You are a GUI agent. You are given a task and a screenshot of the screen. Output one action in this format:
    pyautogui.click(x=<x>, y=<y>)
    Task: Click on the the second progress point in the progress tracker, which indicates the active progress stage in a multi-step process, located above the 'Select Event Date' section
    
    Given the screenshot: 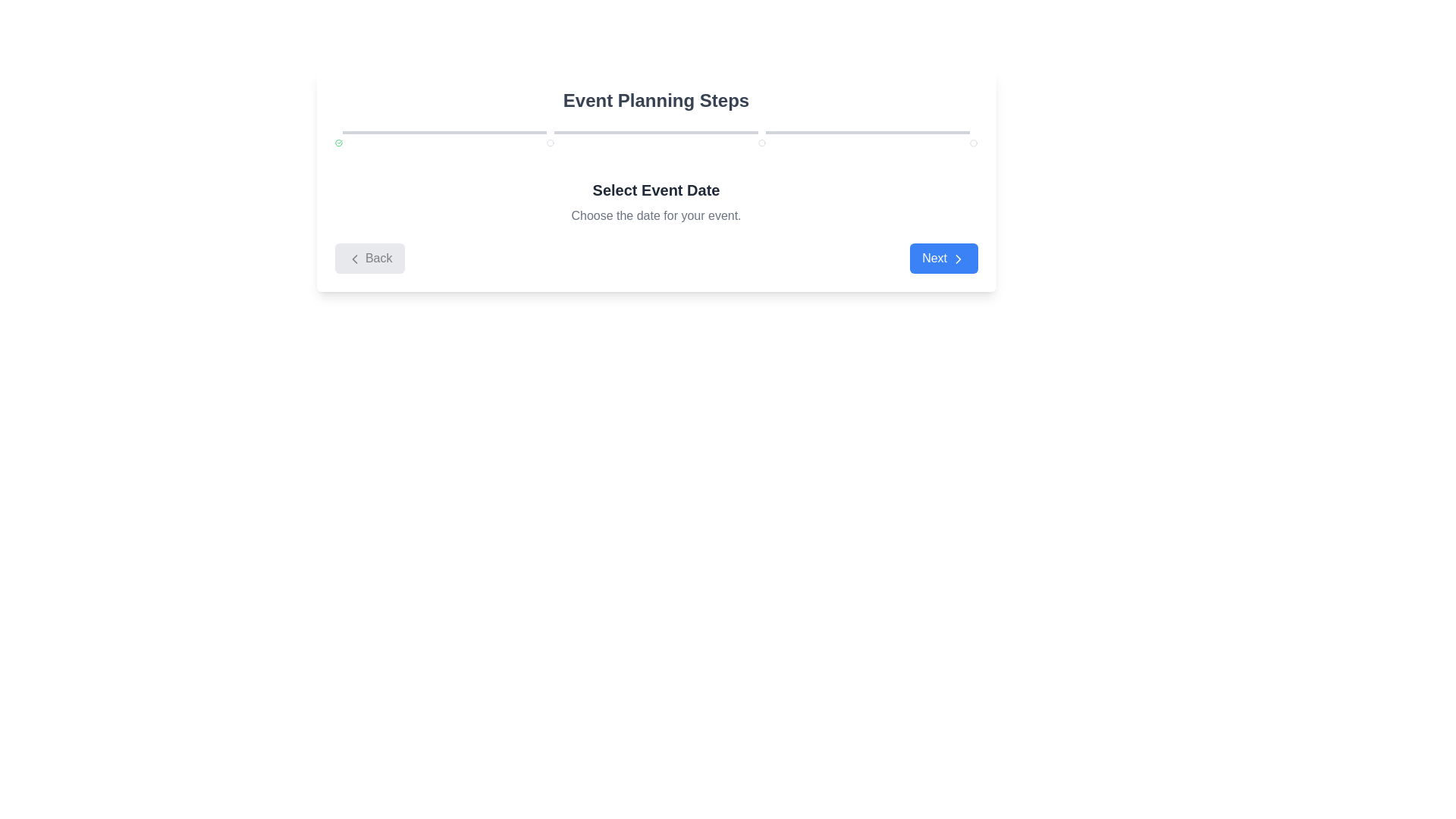 What is the action you would take?
    pyautogui.click(x=549, y=143)
    